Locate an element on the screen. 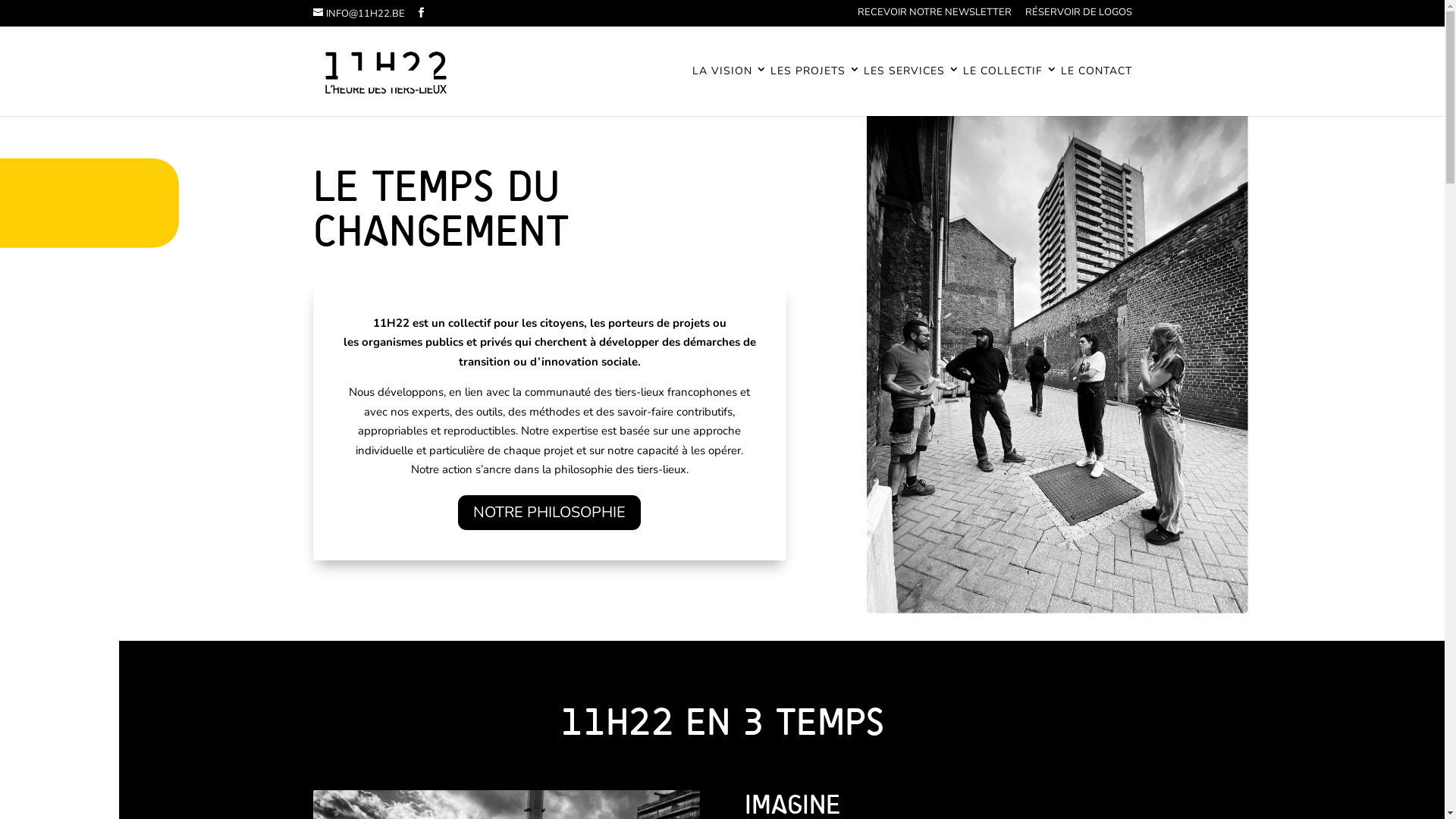  'LES SERVICES' is located at coordinates (862, 90).